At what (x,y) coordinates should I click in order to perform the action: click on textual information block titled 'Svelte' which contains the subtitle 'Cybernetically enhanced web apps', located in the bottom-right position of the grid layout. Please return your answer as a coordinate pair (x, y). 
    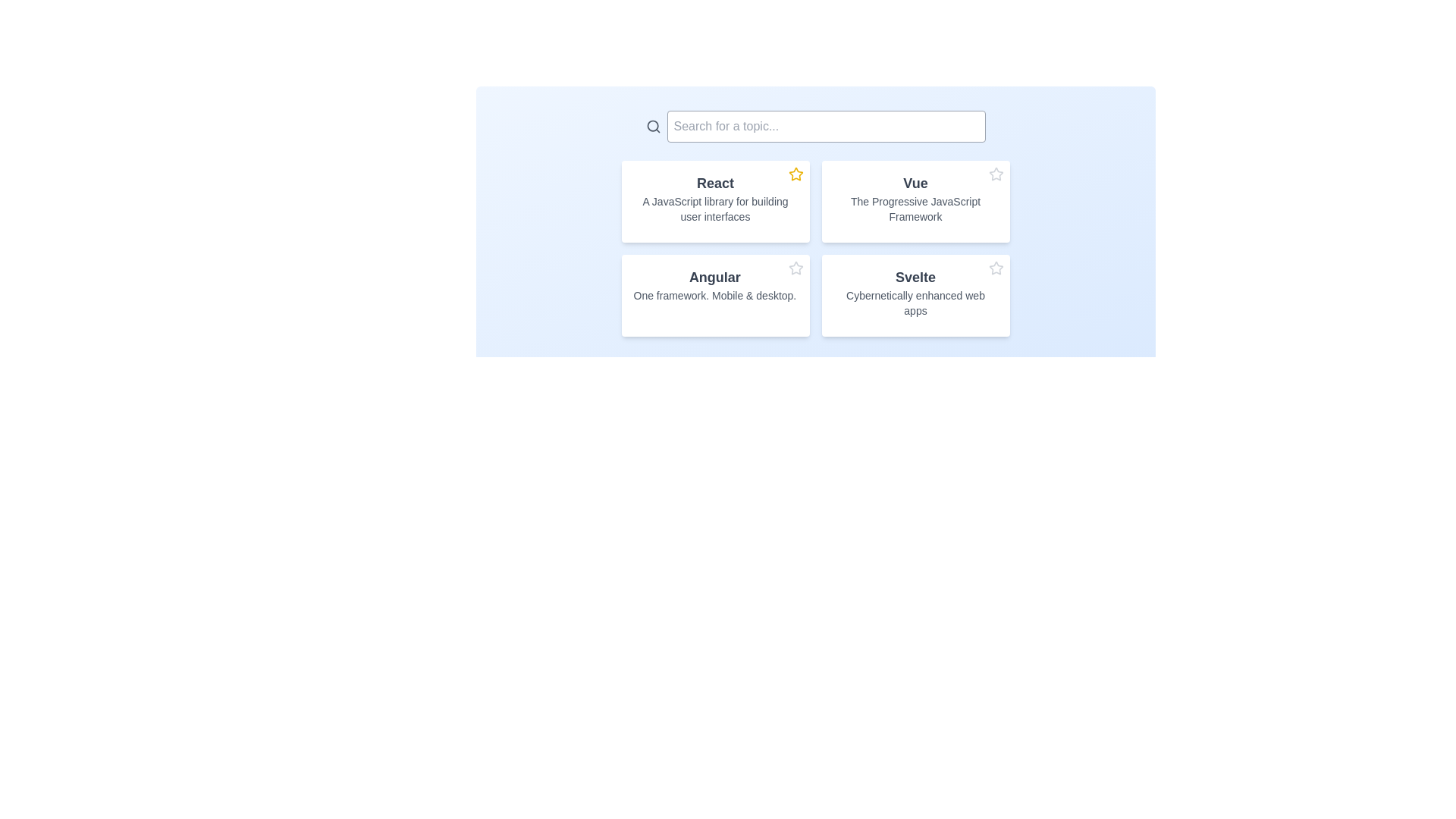
    Looking at the image, I should click on (915, 292).